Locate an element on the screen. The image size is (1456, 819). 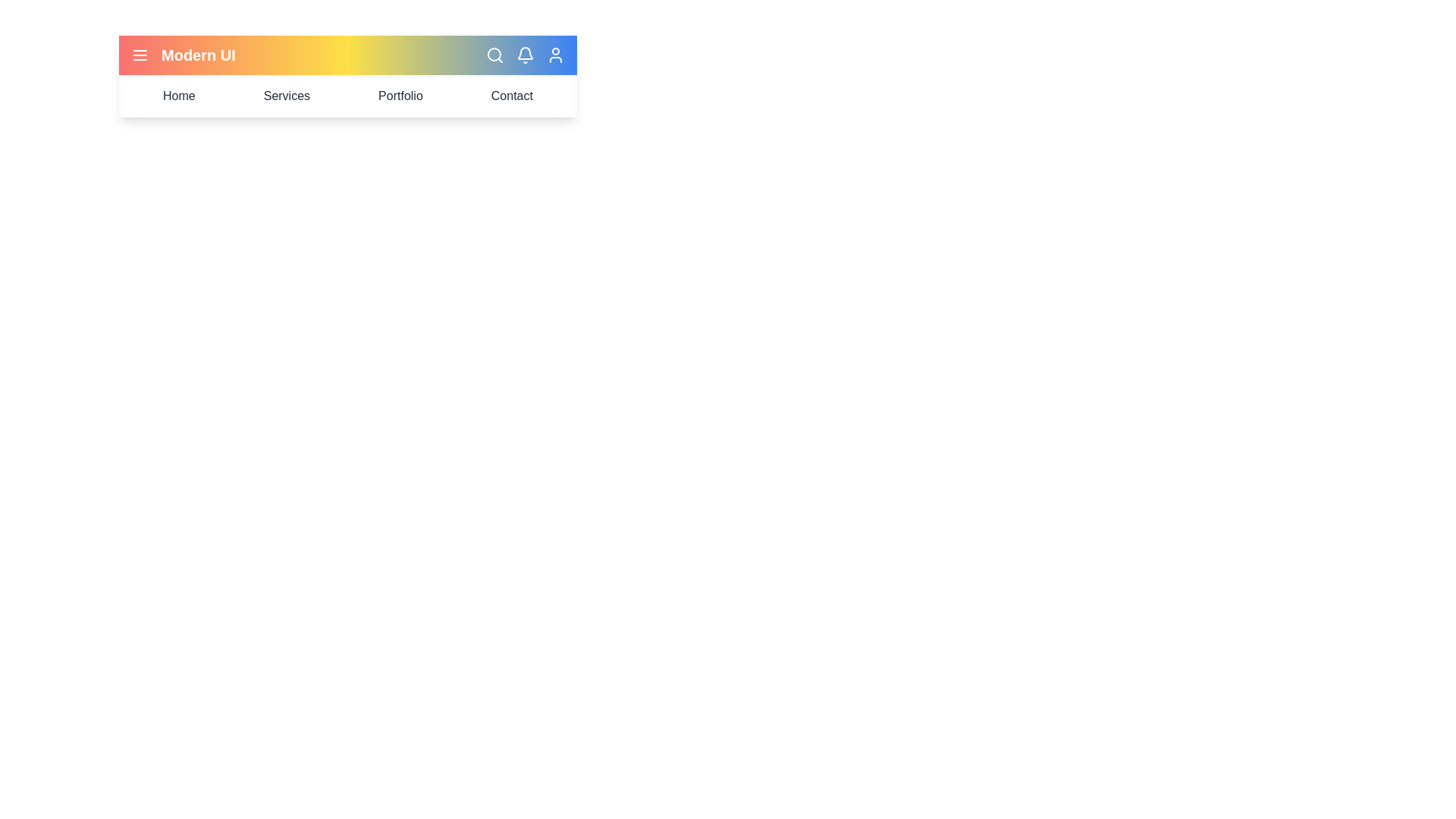
the 'Services' menu item in the navigation bar is located at coordinates (287, 96).